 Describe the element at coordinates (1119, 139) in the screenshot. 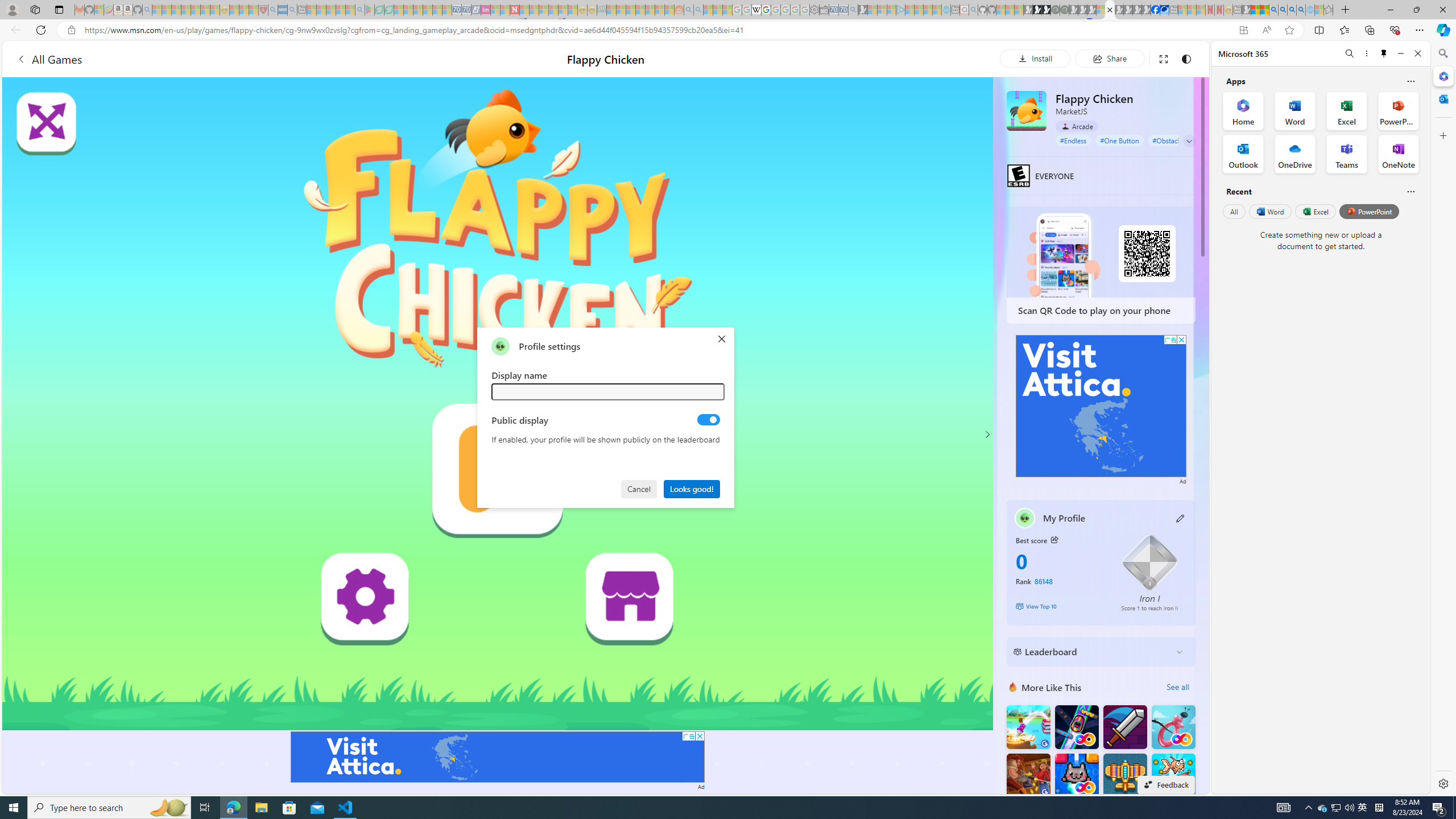

I see `'#One Button'` at that location.